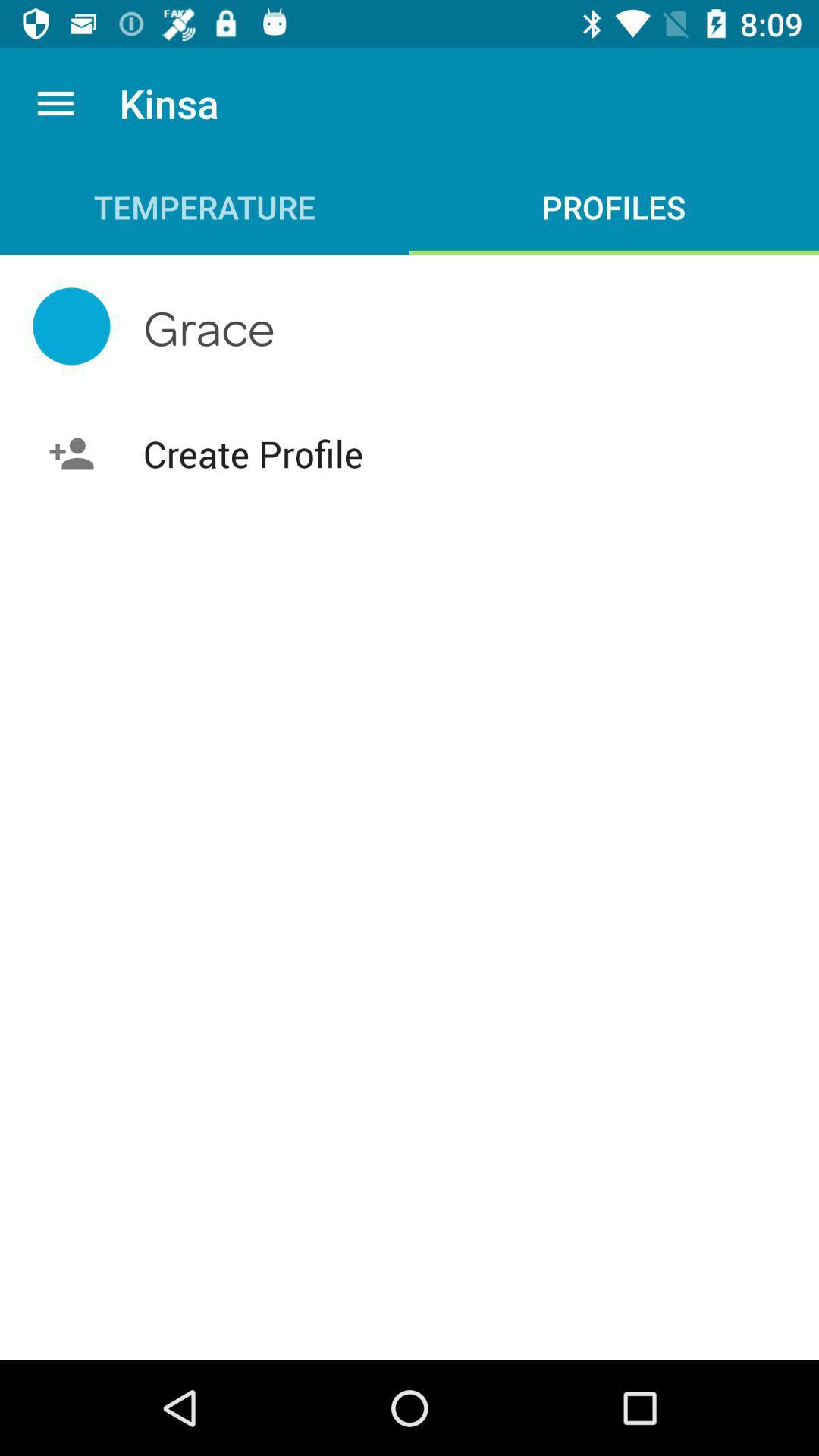  I want to click on the icon above temperature icon, so click(55, 102).